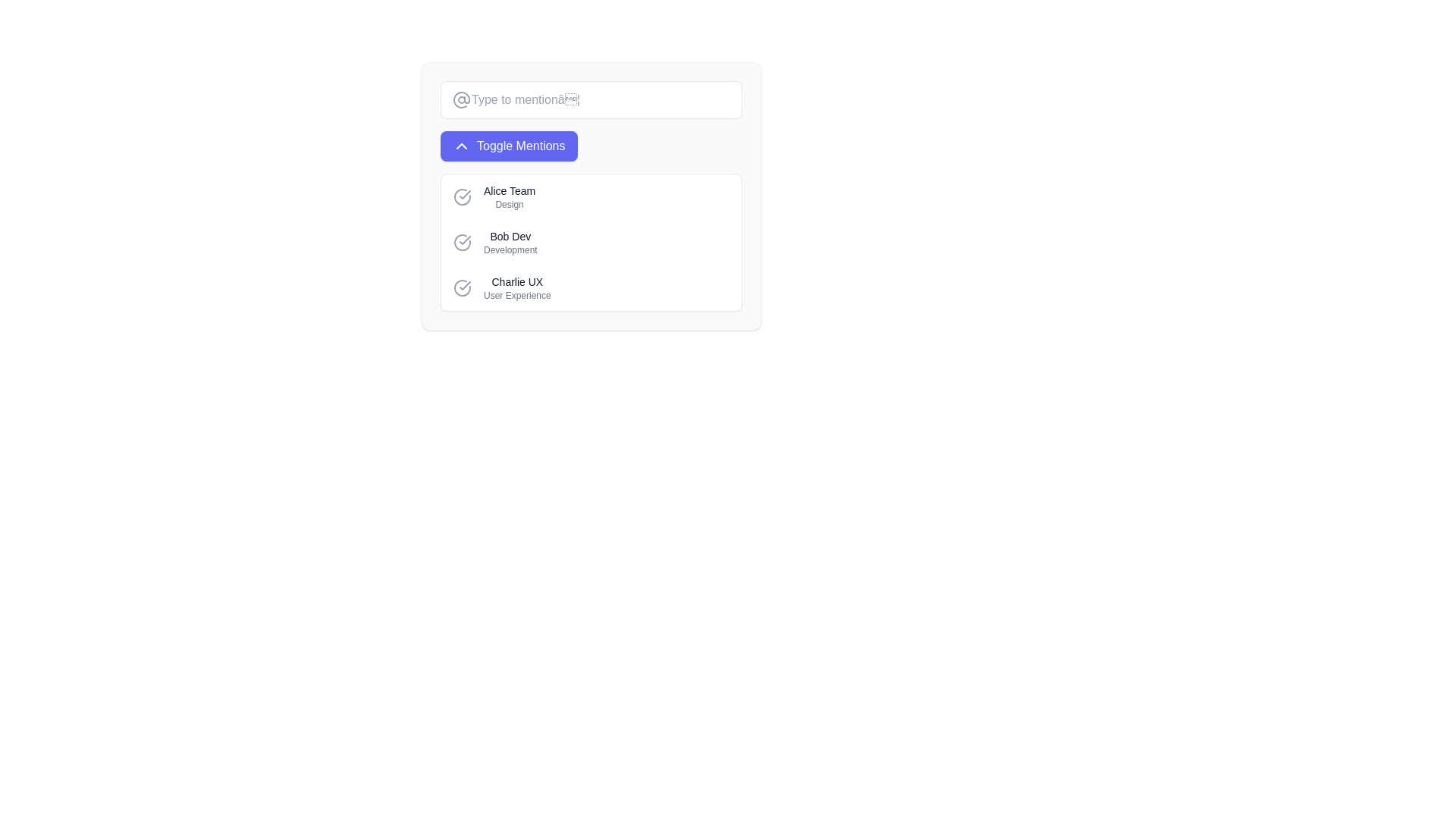 This screenshot has height=819, width=1456. I want to click on the first line of text in the second list item of the drop-down suggestion panel, so click(510, 237).